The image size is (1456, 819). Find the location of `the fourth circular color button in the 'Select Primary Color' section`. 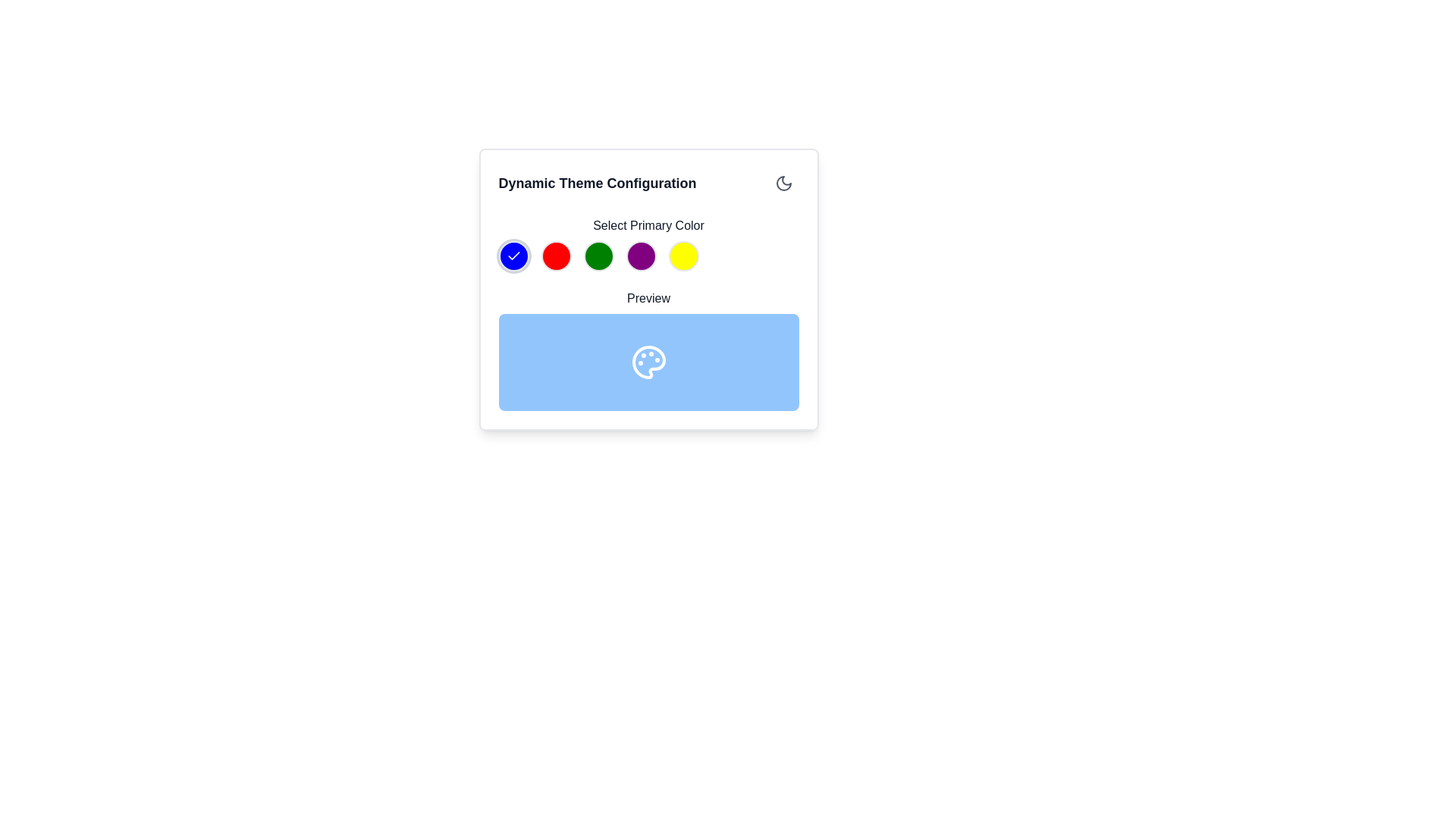

the fourth circular color button in the 'Select Primary Color' section is located at coordinates (648, 256).